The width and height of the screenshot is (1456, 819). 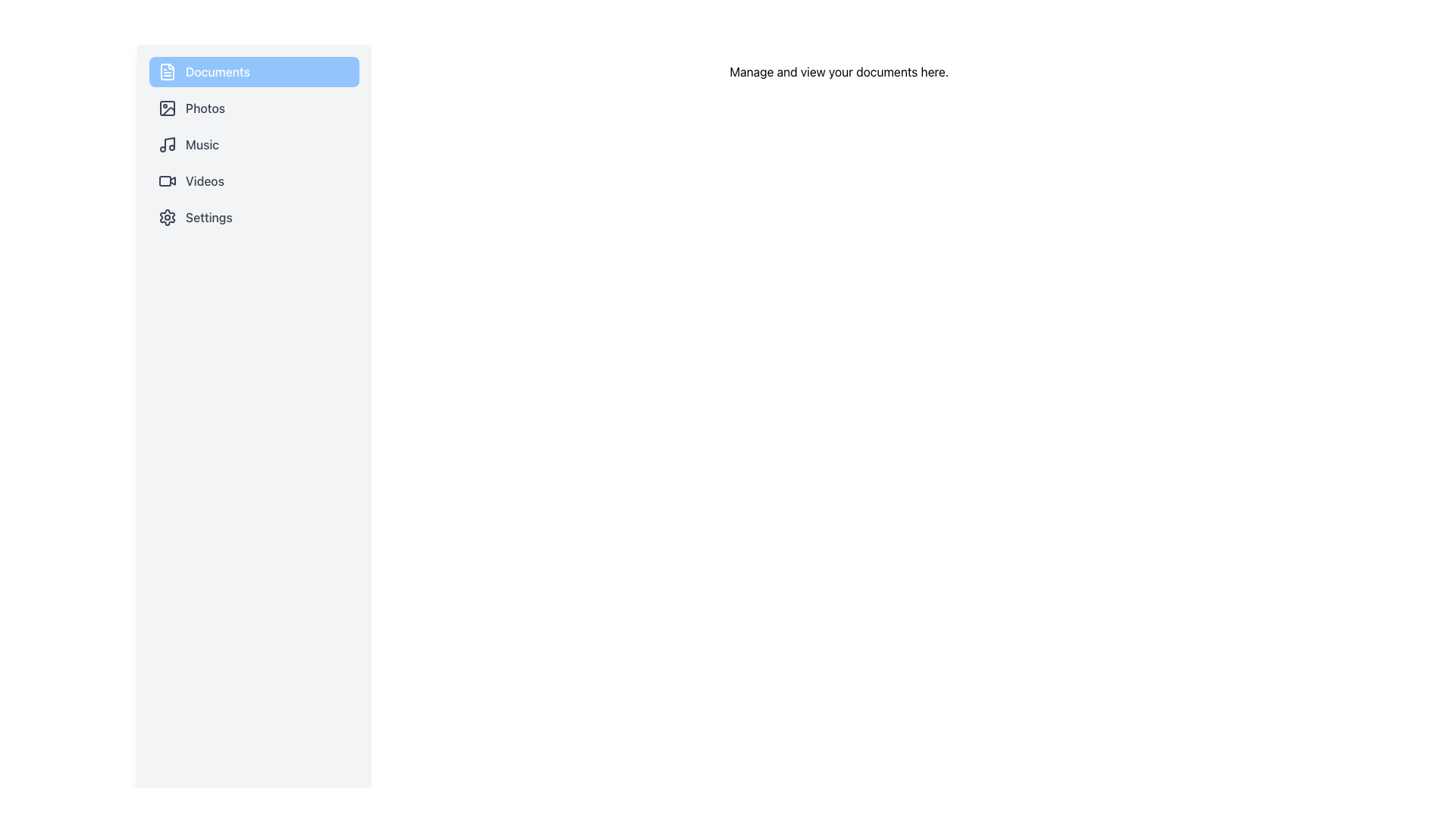 What do you see at coordinates (204, 180) in the screenshot?
I see `the 'Videos' navigation label located in the sidebar menu, which indicates the section for video content` at bounding box center [204, 180].